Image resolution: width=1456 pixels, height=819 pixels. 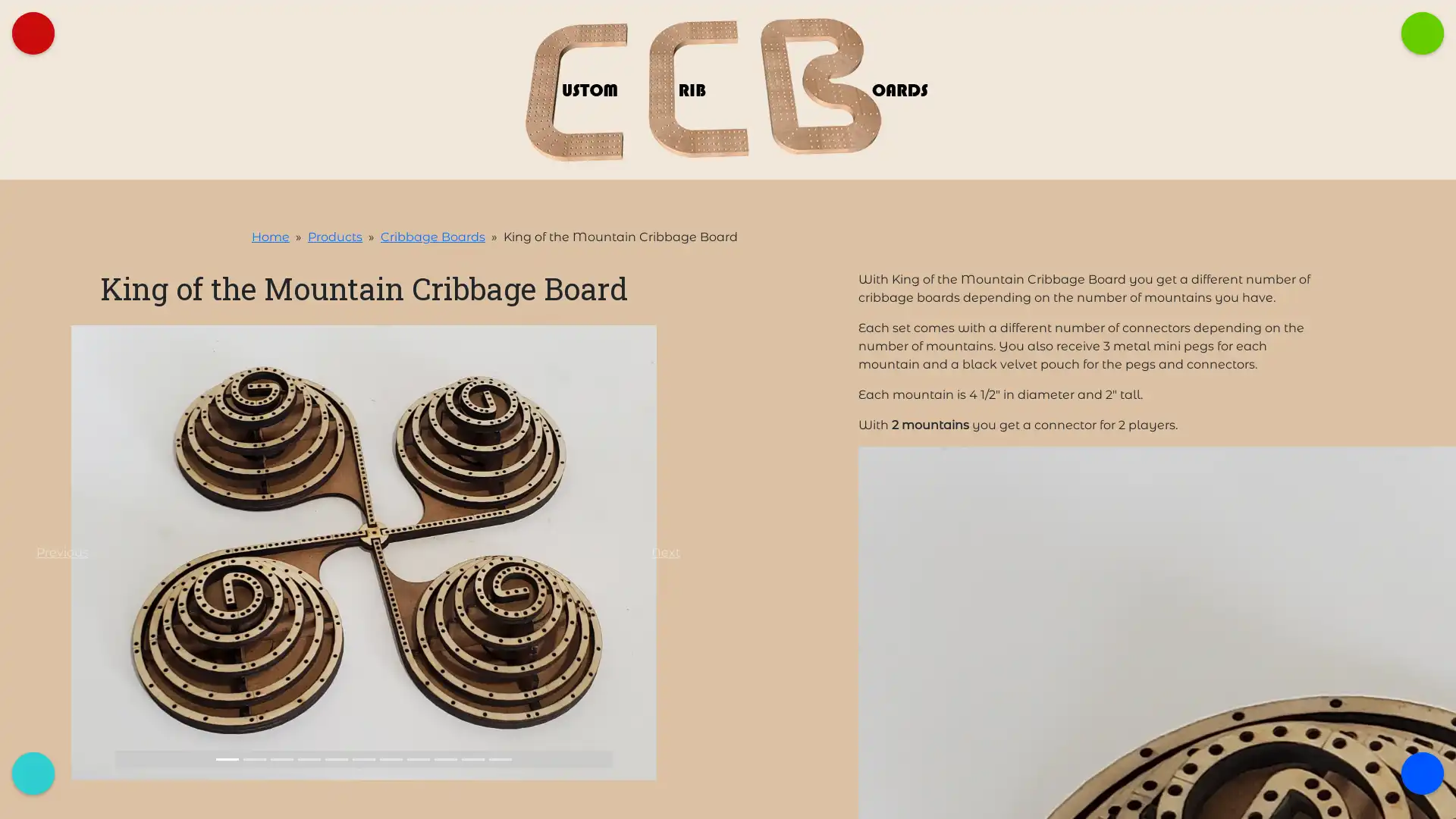 What do you see at coordinates (665, 553) in the screenshot?
I see `Next` at bounding box center [665, 553].